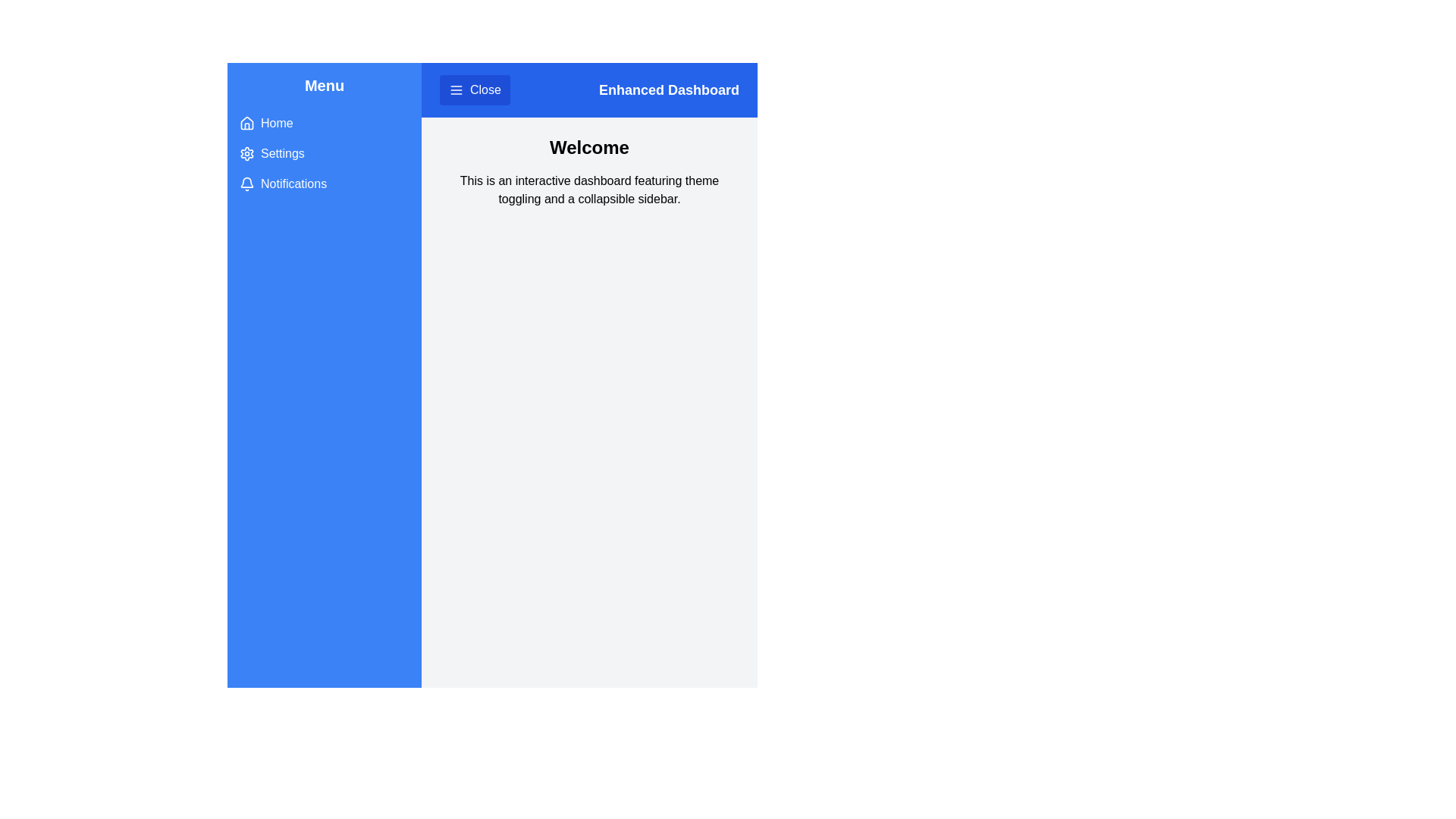 The width and height of the screenshot is (1456, 819). Describe the element at coordinates (455, 90) in the screenshot. I see `the hamburger menu icon located to the left of the 'Close' text label` at that location.